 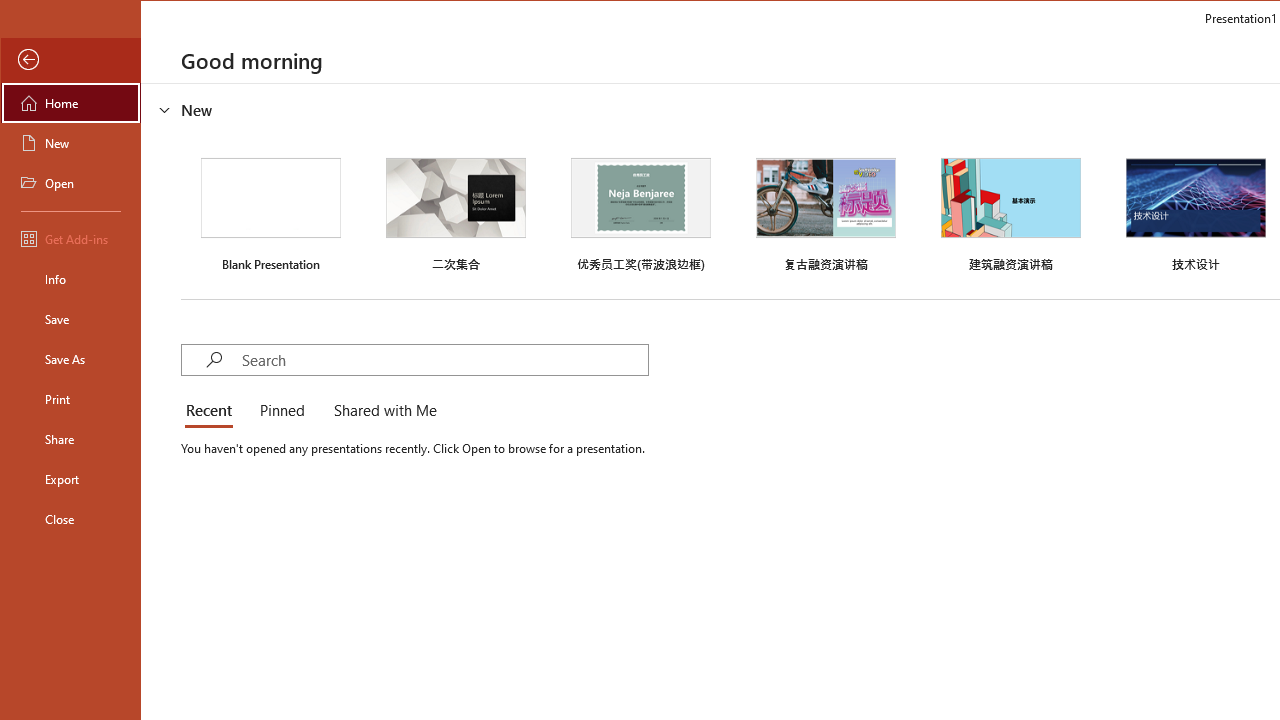 I want to click on 'Back', so click(x=71, y=59).